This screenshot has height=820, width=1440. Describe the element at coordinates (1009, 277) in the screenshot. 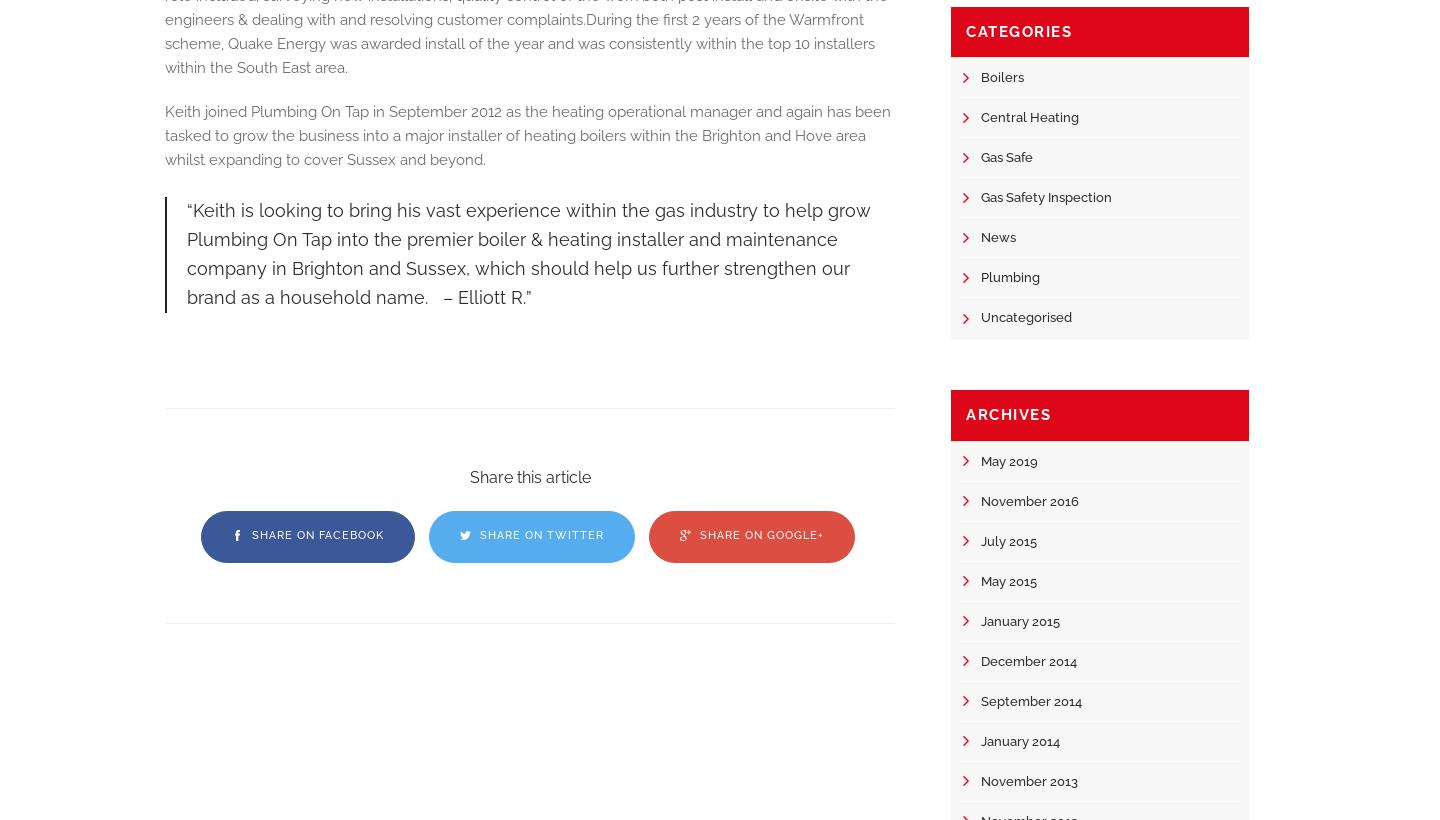

I see `'Plumbing'` at that location.